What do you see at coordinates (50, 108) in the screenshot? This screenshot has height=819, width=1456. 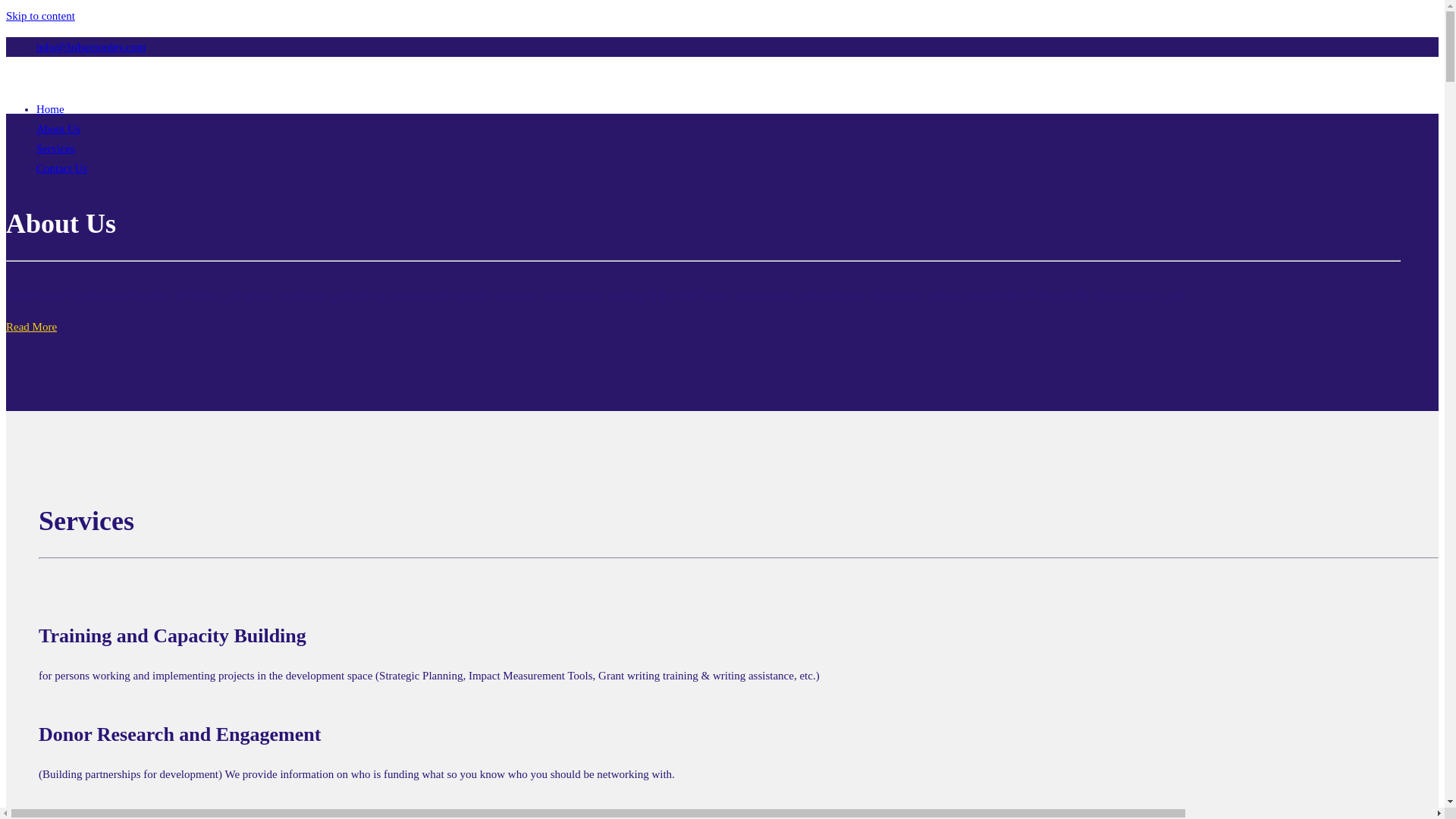 I see `'Home'` at bounding box center [50, 108].